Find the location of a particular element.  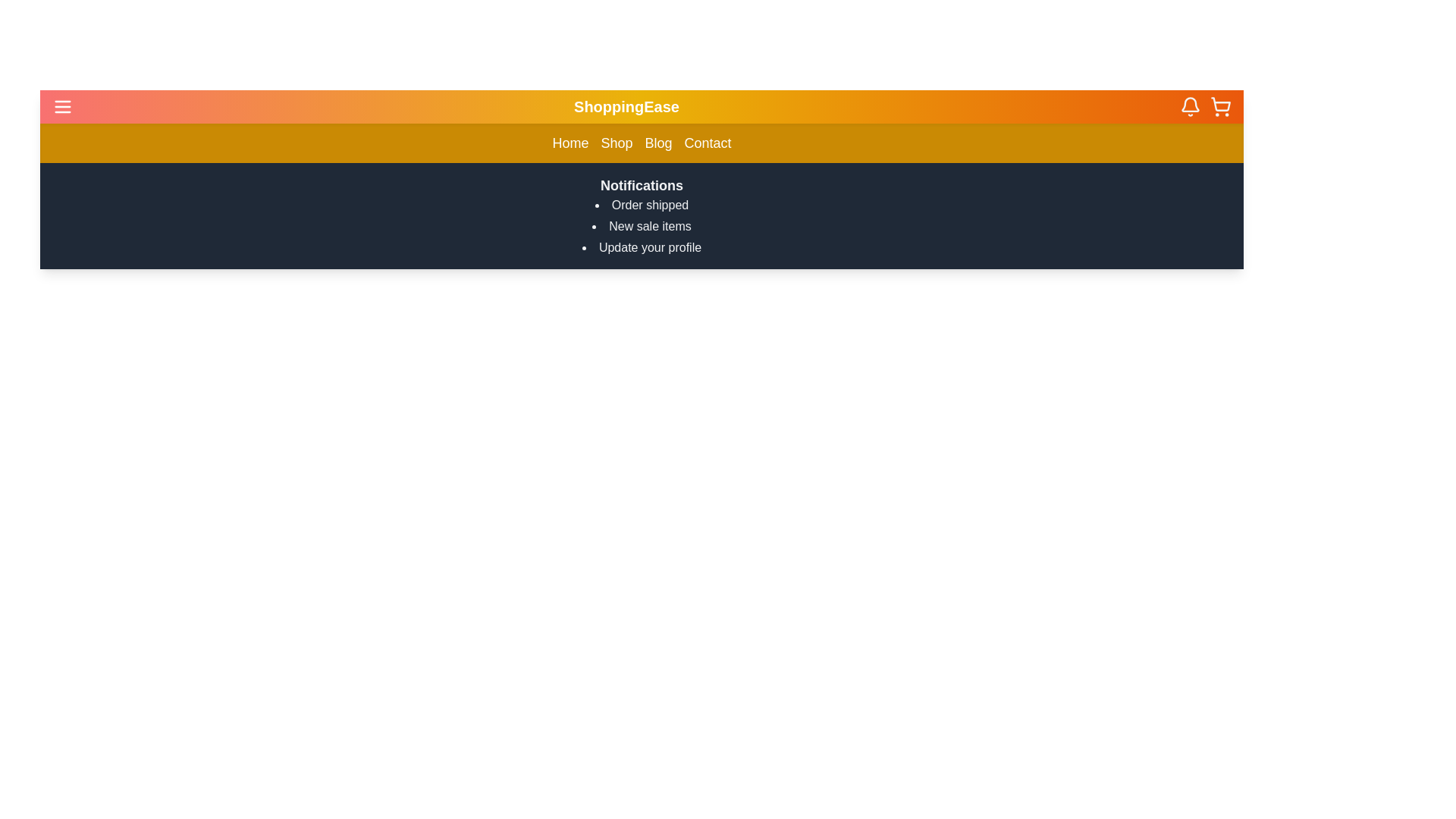

the text label that serves as the title for the notification section, which is centrally positioned at the top of the section containing additional list items is located at coordinates (642, 185).